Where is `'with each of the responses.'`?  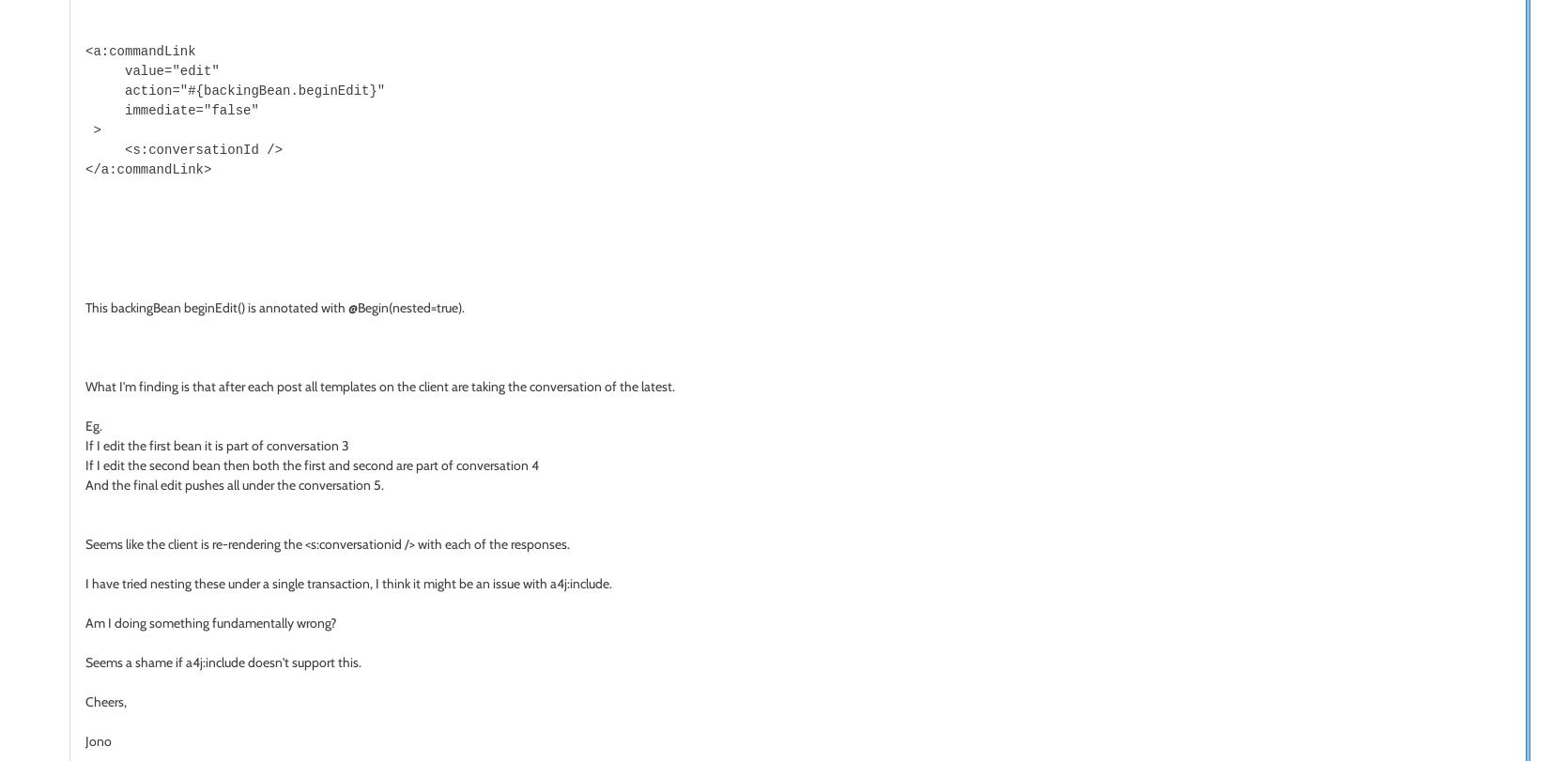 'with each of the responses.' is located at coordinates (492, 541).